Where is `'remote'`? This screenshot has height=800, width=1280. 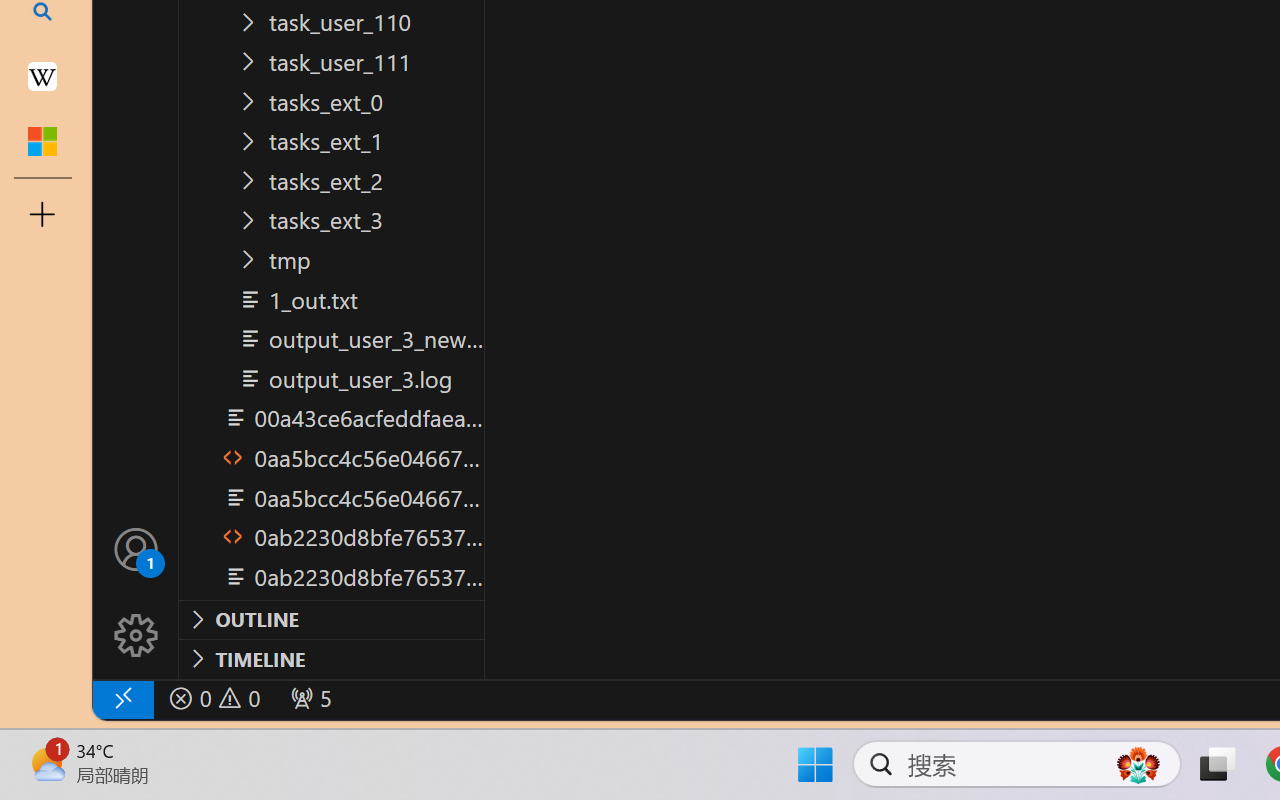 'remote' is located at coordinates (121, 698).